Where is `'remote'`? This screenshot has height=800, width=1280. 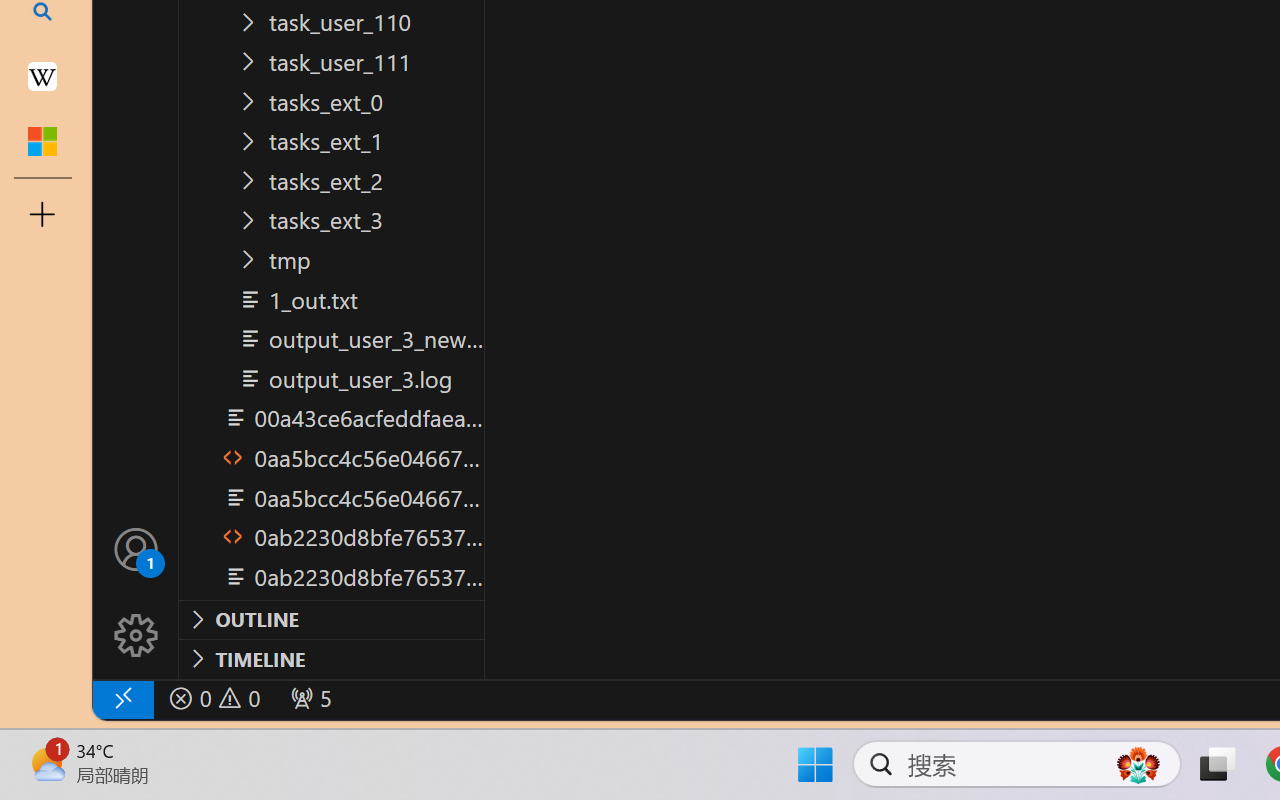 'remote' is located at coordinates (121, 698).